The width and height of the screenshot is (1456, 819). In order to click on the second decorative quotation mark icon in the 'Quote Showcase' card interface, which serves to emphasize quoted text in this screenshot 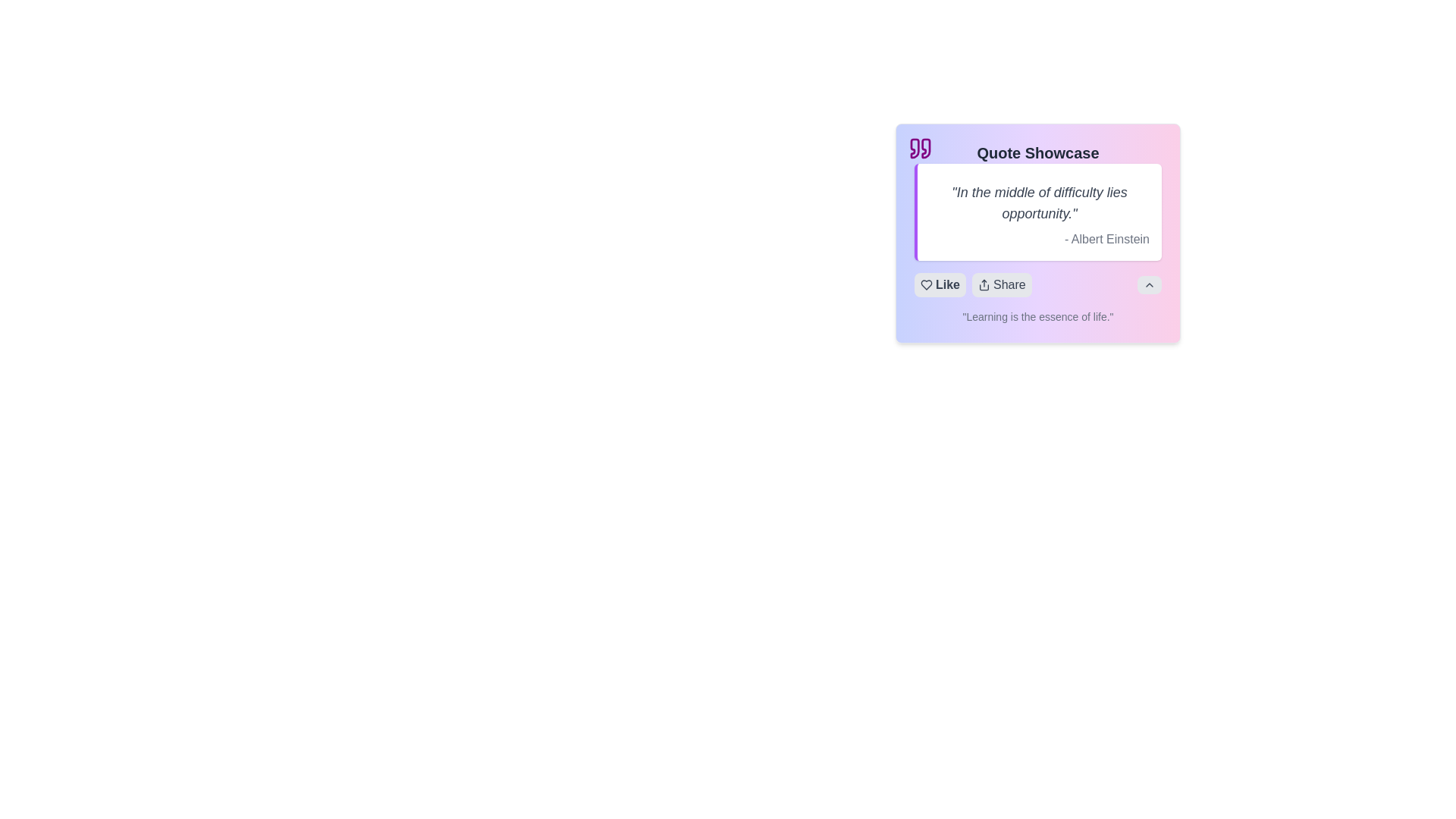, I will do `click(925, 149)`.